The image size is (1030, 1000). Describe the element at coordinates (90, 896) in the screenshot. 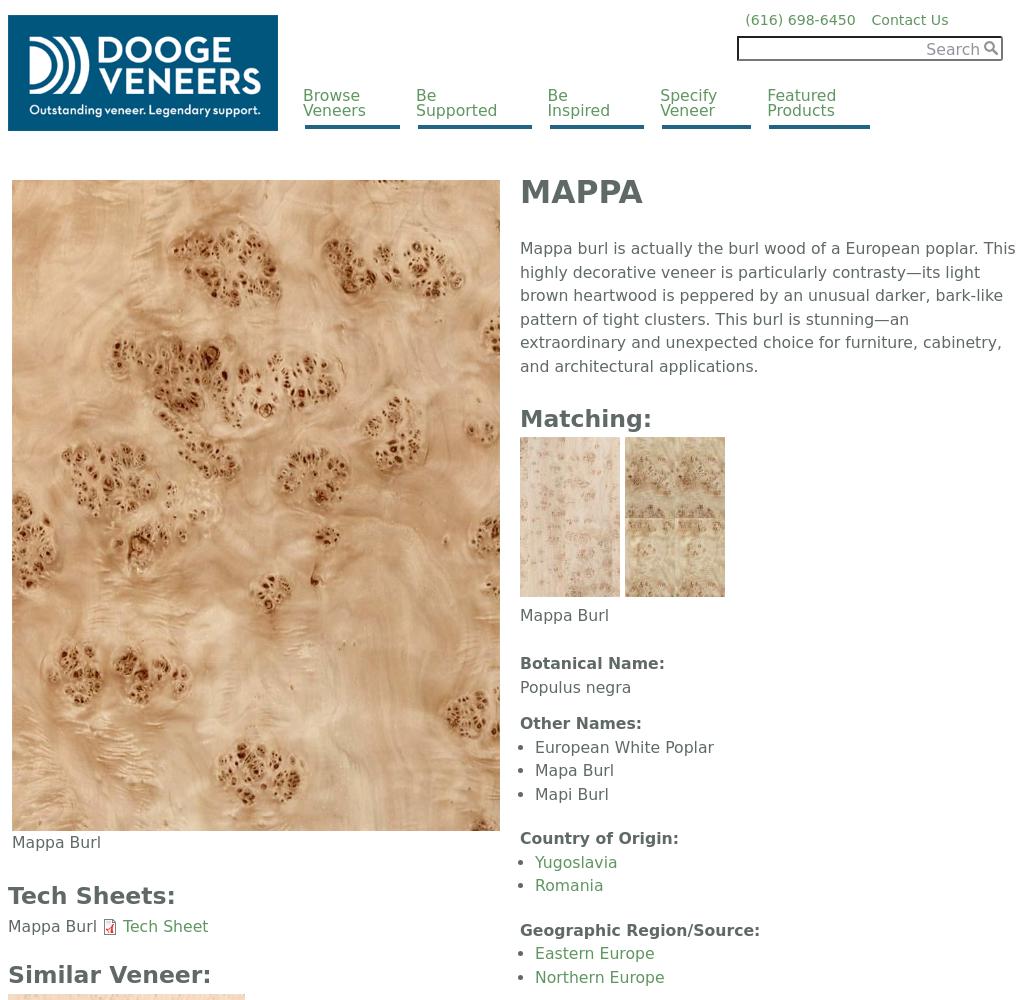

I see `'Tech Sheets:'` at that location.